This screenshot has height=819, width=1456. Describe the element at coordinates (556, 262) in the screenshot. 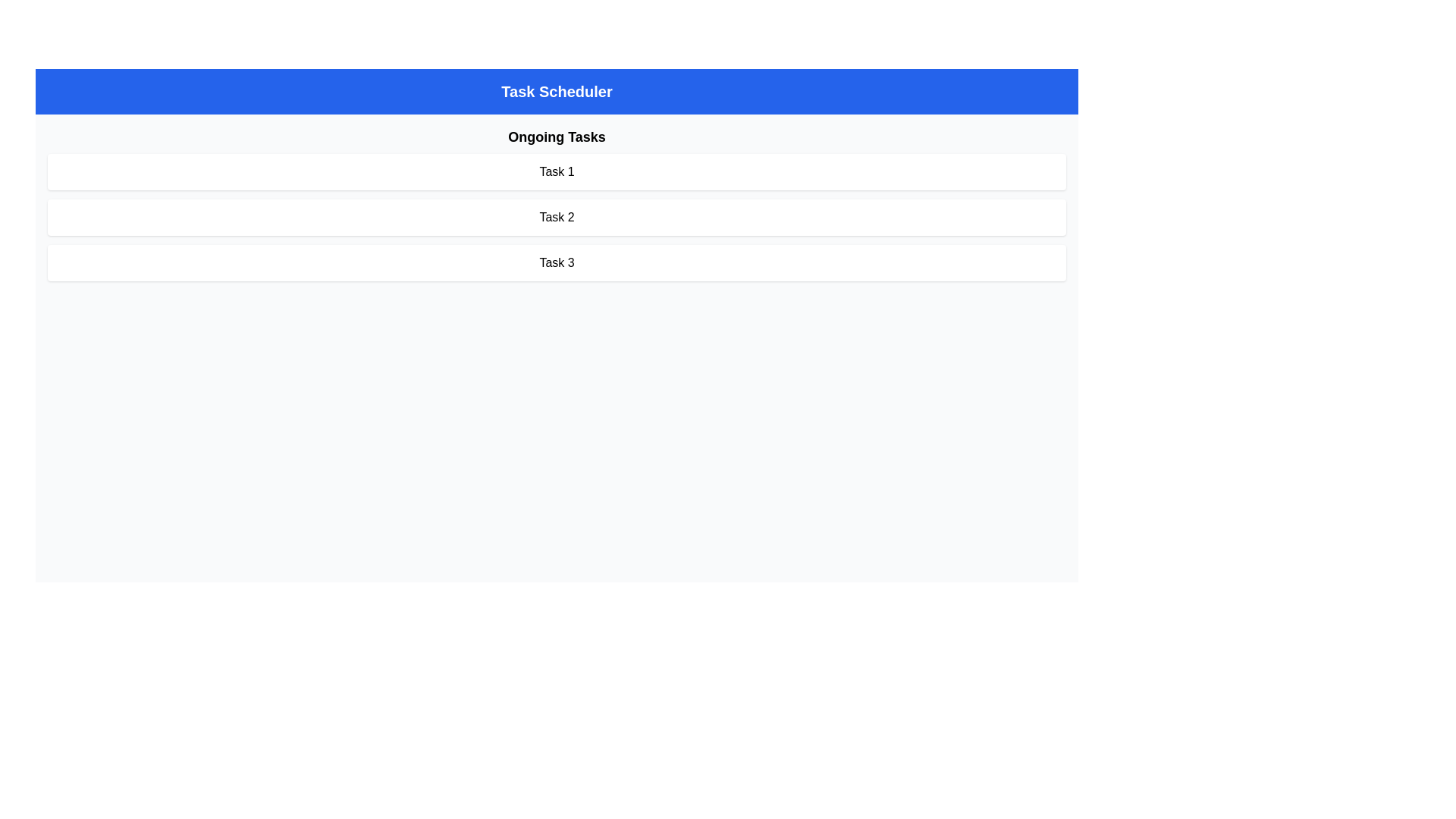

I see `the text 'Task 3' within the rounded rectangular box that functions as a task item in the list` at that location.